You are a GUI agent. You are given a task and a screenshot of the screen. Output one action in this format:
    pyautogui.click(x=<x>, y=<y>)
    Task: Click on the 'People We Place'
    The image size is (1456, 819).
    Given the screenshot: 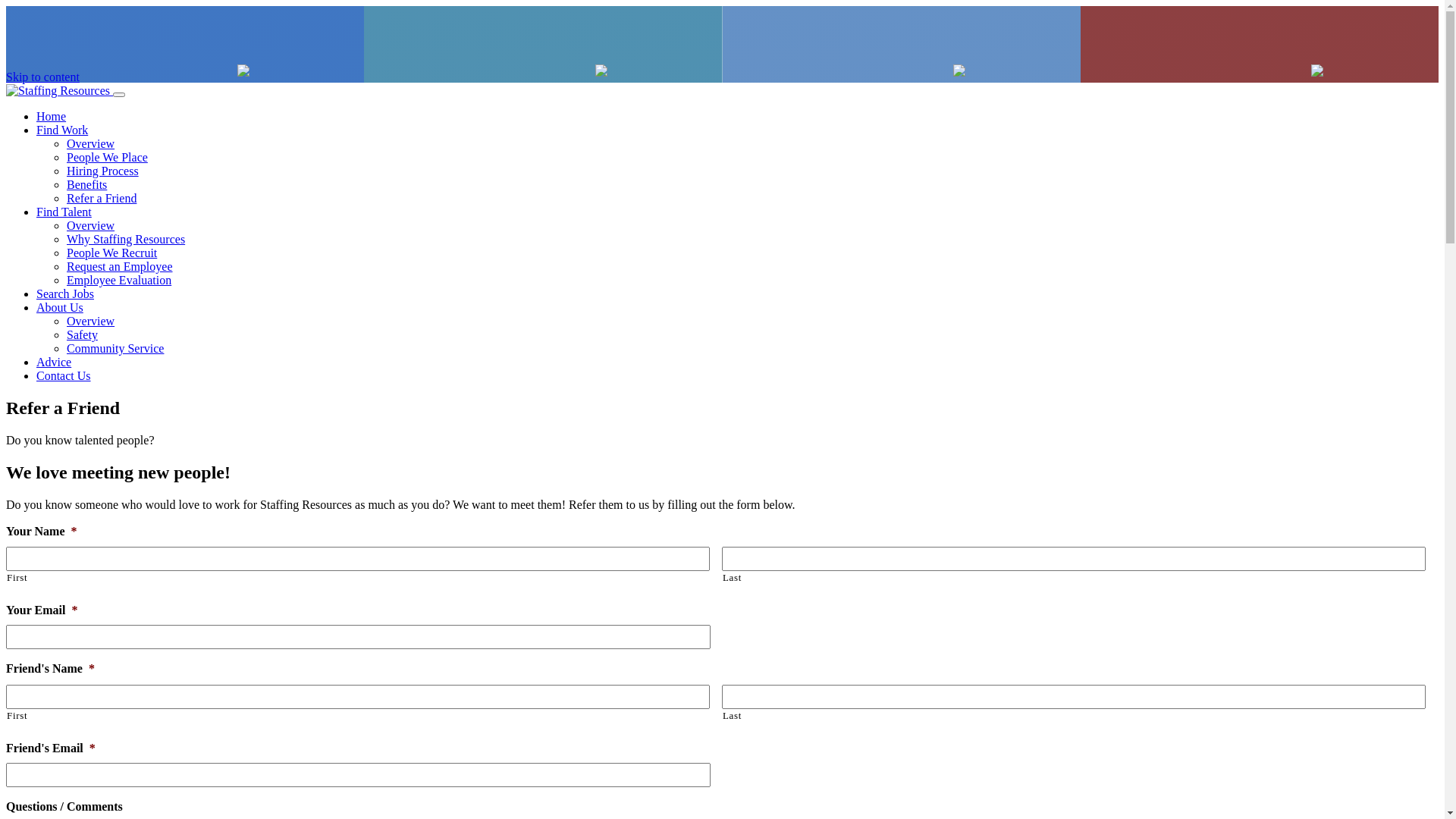 What is the action you would take?
    pyautogui.click(x=65, y=157)
    